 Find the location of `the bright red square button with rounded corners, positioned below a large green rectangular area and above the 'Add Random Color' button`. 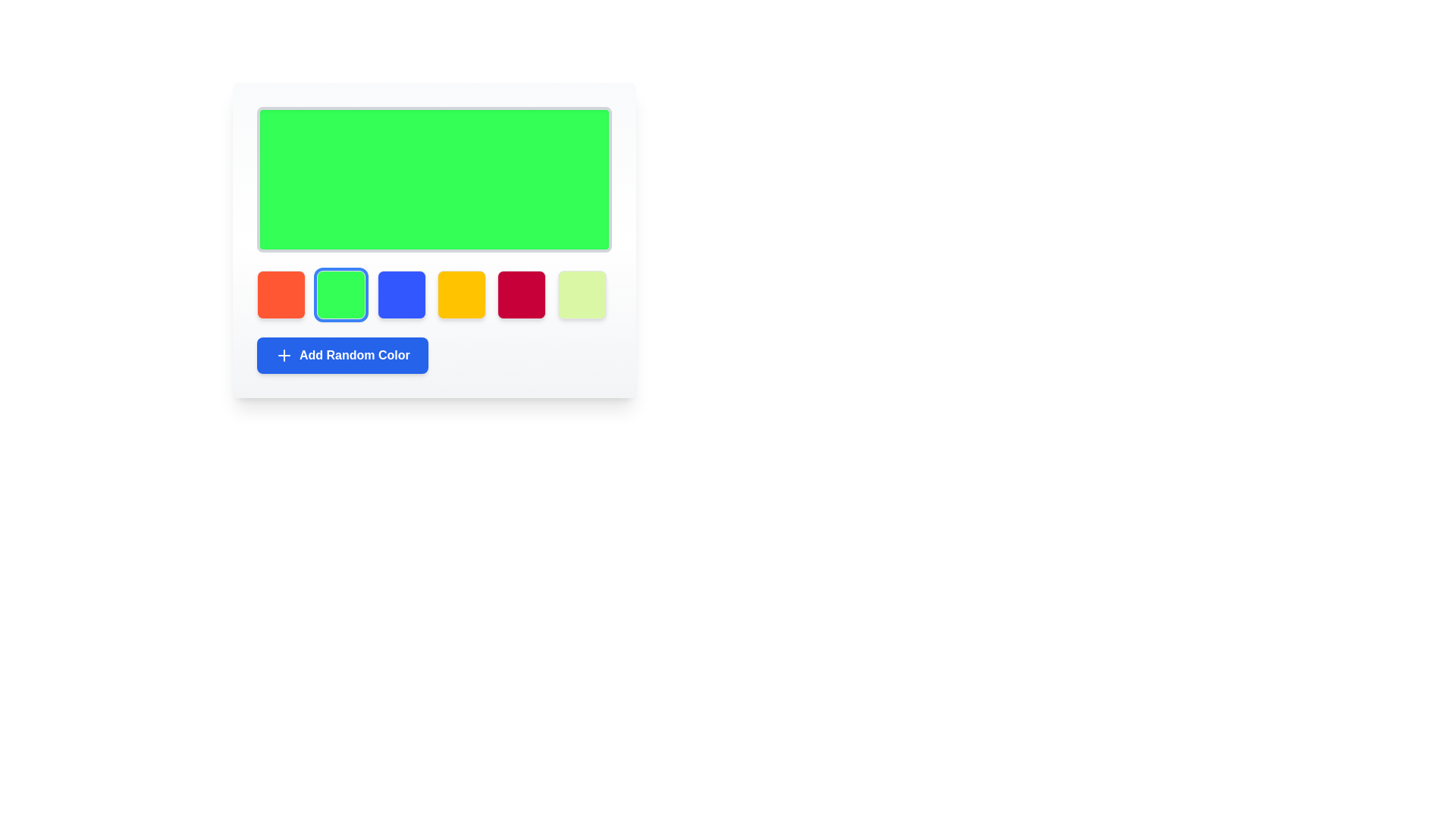

the bright red square button with rounded corners, positioned below a large green rectangular area and above the 'Add Random Color' button is located at coordinates (522, 295).